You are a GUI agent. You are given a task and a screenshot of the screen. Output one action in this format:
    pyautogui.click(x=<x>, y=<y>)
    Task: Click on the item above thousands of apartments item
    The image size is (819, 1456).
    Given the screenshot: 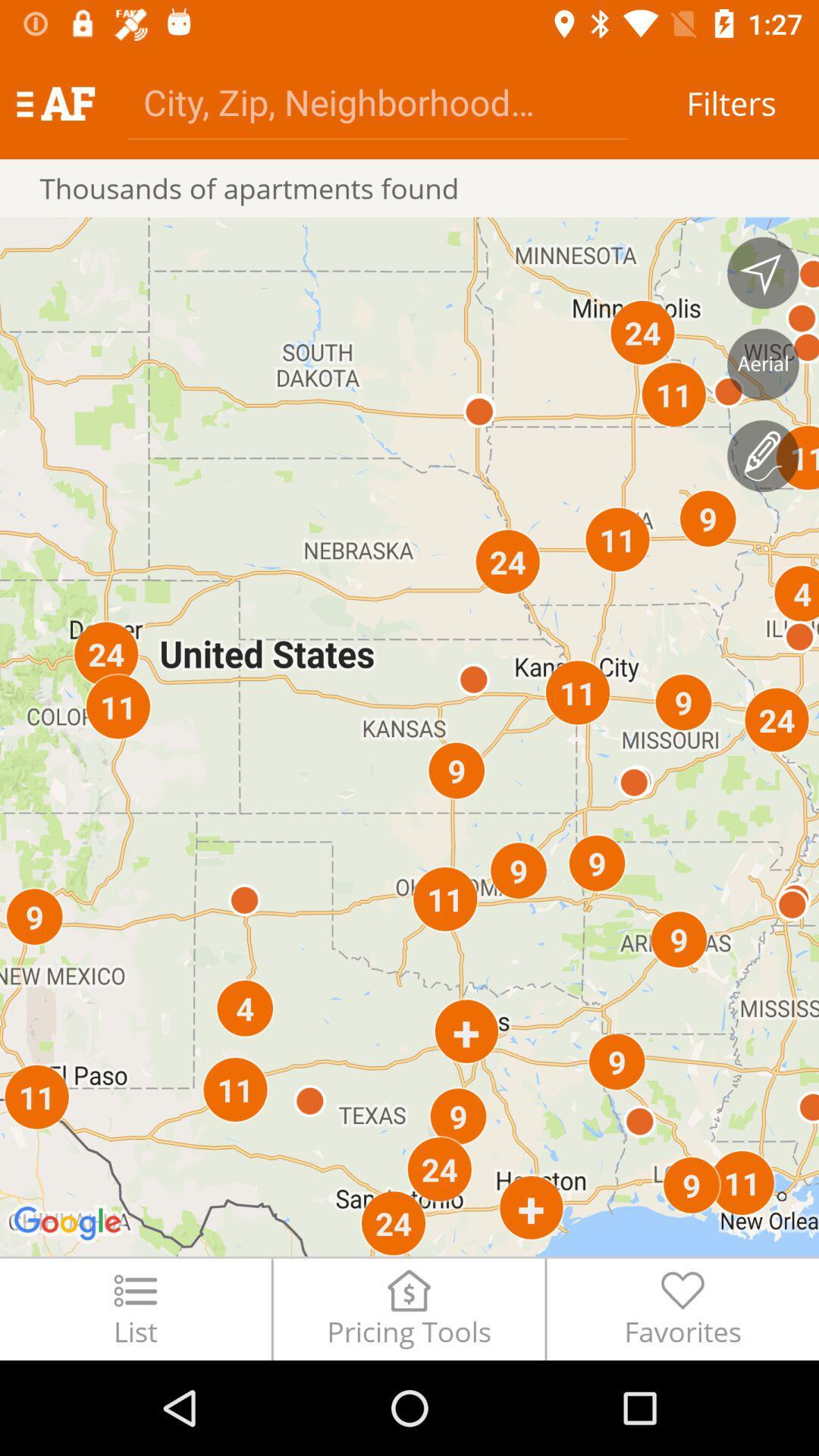 What is the action you would take?
    pyautogui.click(x=376, y=101)
    